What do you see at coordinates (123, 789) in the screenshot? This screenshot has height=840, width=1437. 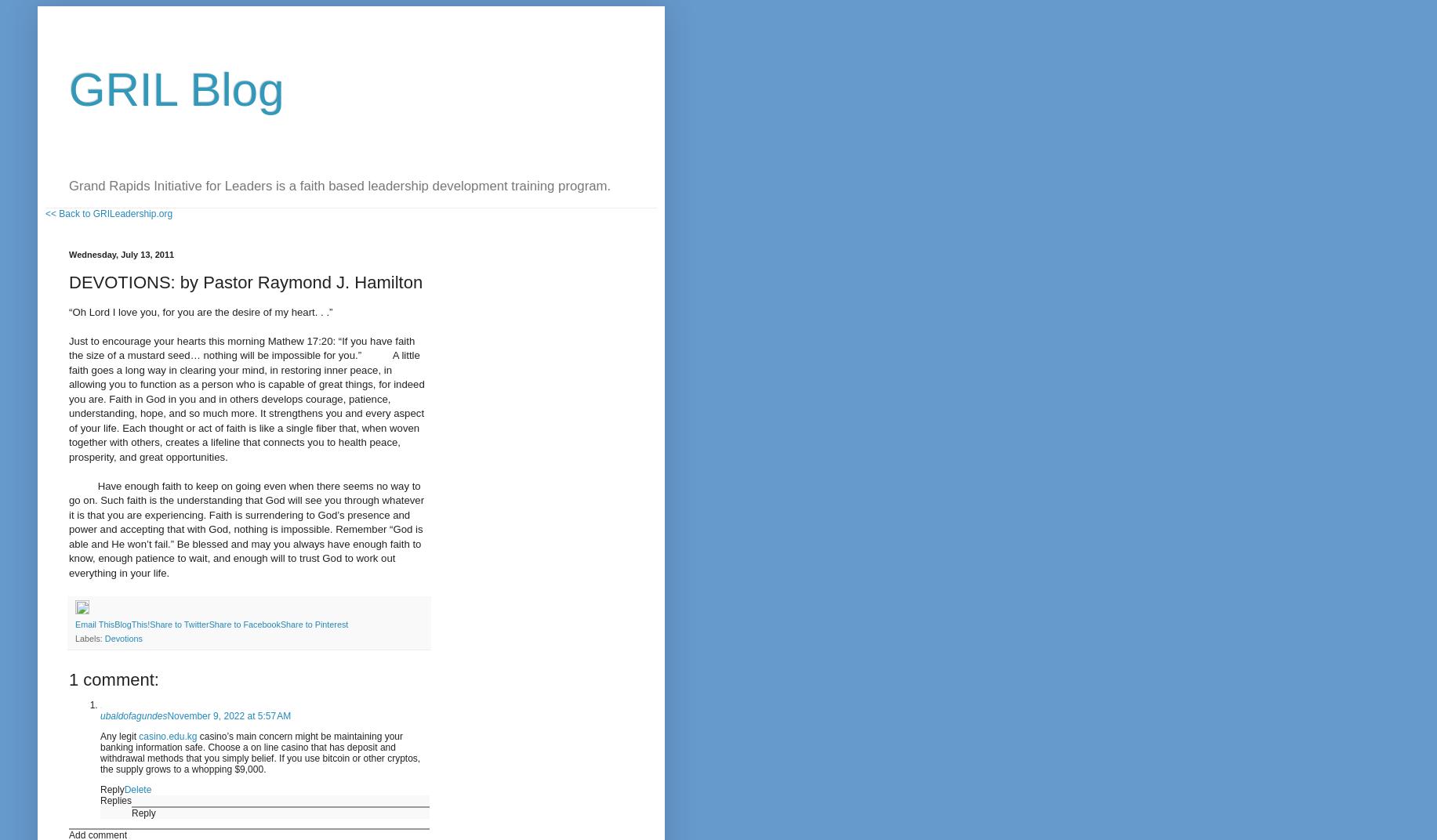 I see `'Delete'` at bounding box center [123, 789].